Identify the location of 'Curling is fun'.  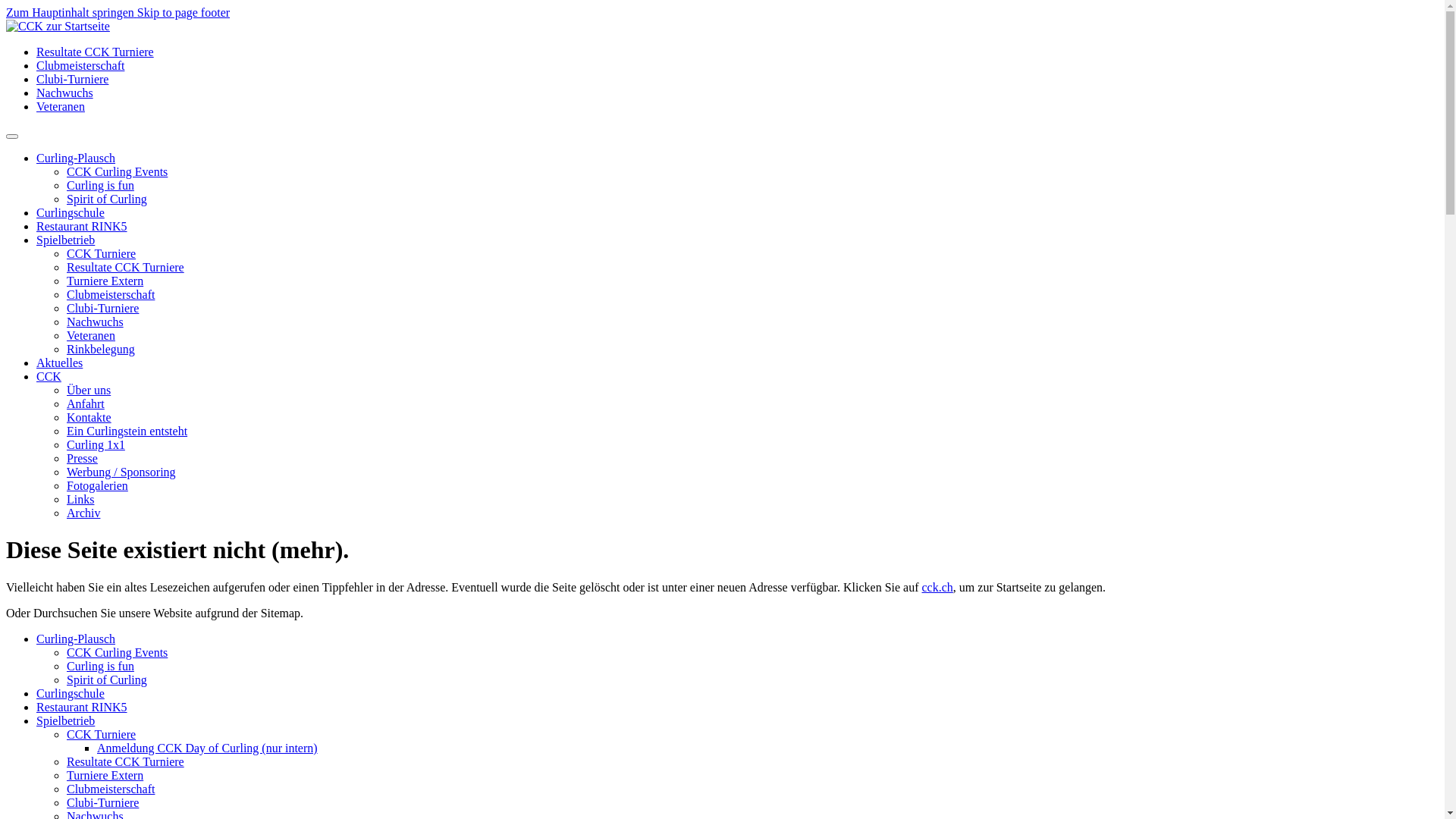
(99, 665).